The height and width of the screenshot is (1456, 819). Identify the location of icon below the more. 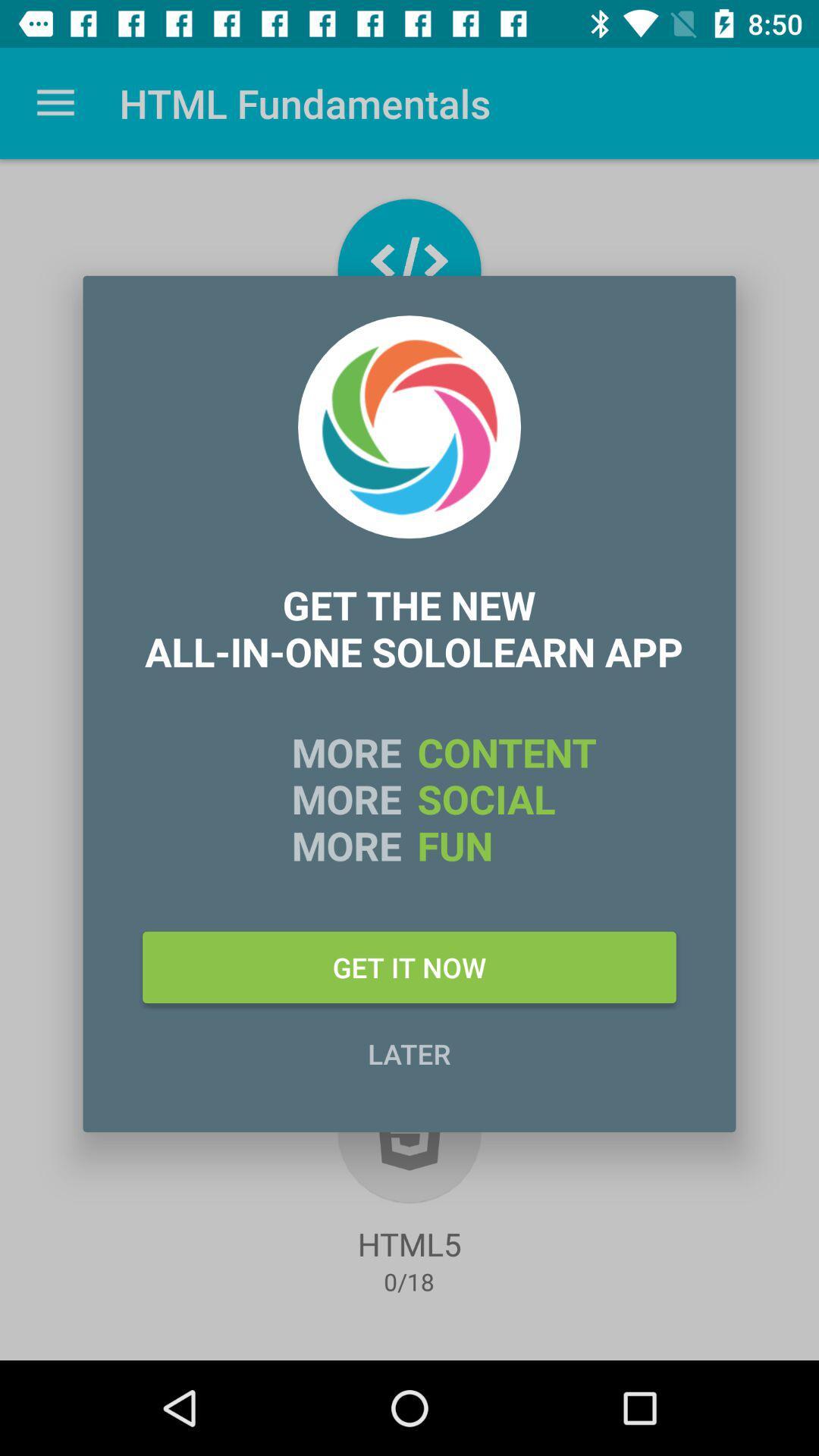
(409, 966).